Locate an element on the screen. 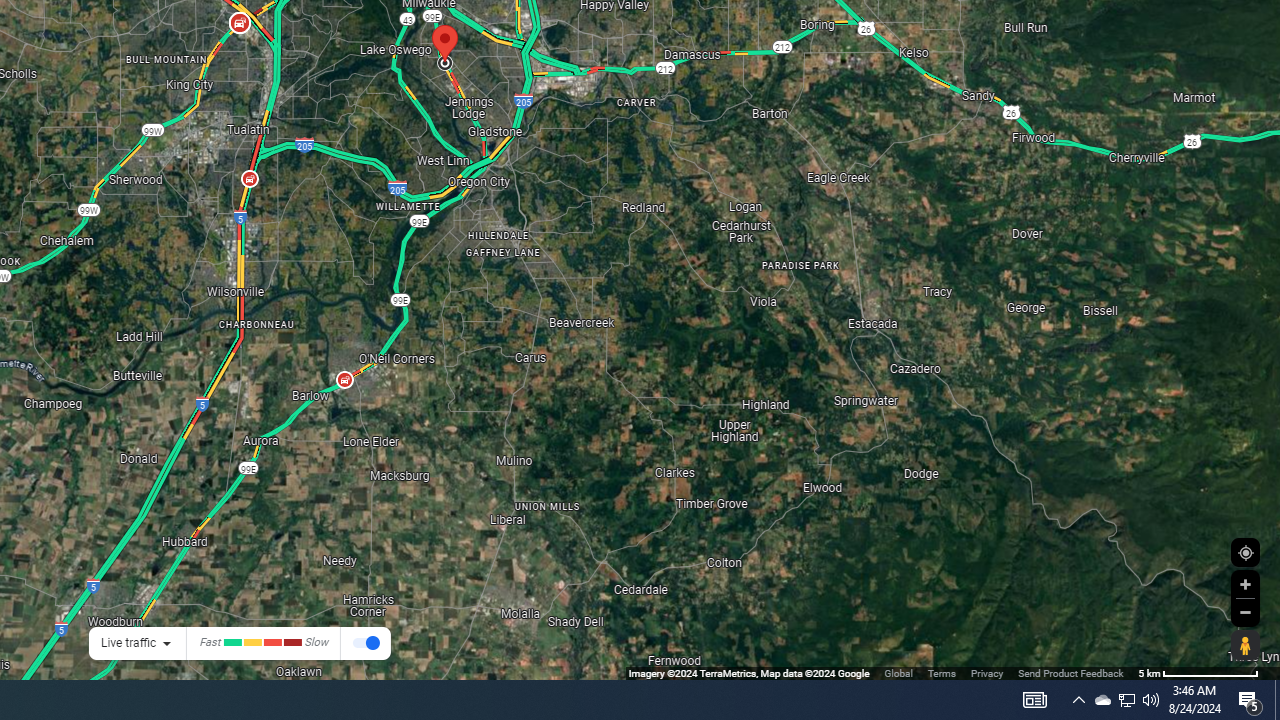 The width and height of the screenshot is (1280, 720). 'Show Your Location' is located at coordinates (1244, 552).